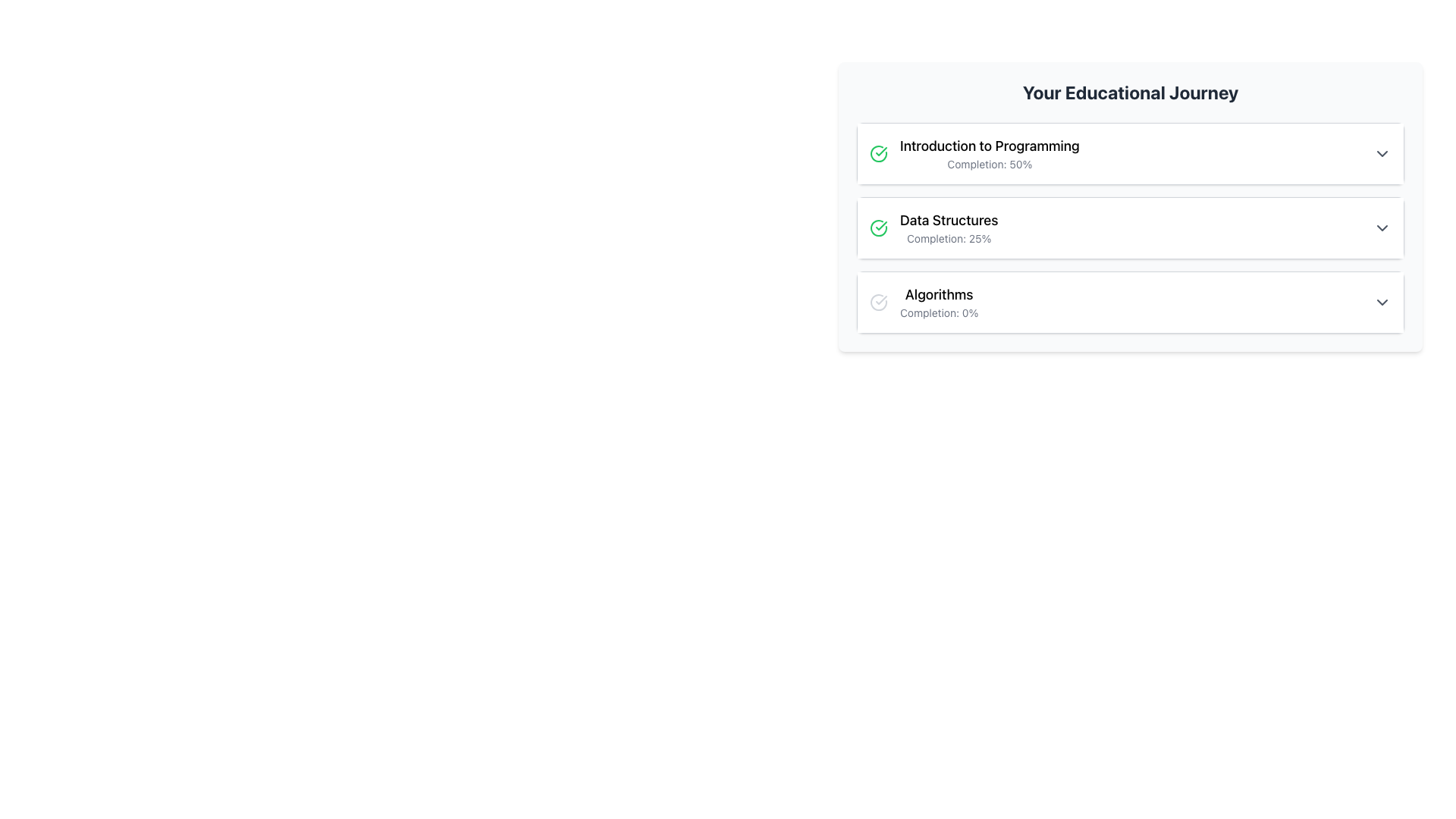  What do you see at coordinates (878, 227) in the screenshot?
I see `the green checkmark icon within a circle, which indicates a successful status for 'Data Structures' completion` at bounding box center [878, 227].